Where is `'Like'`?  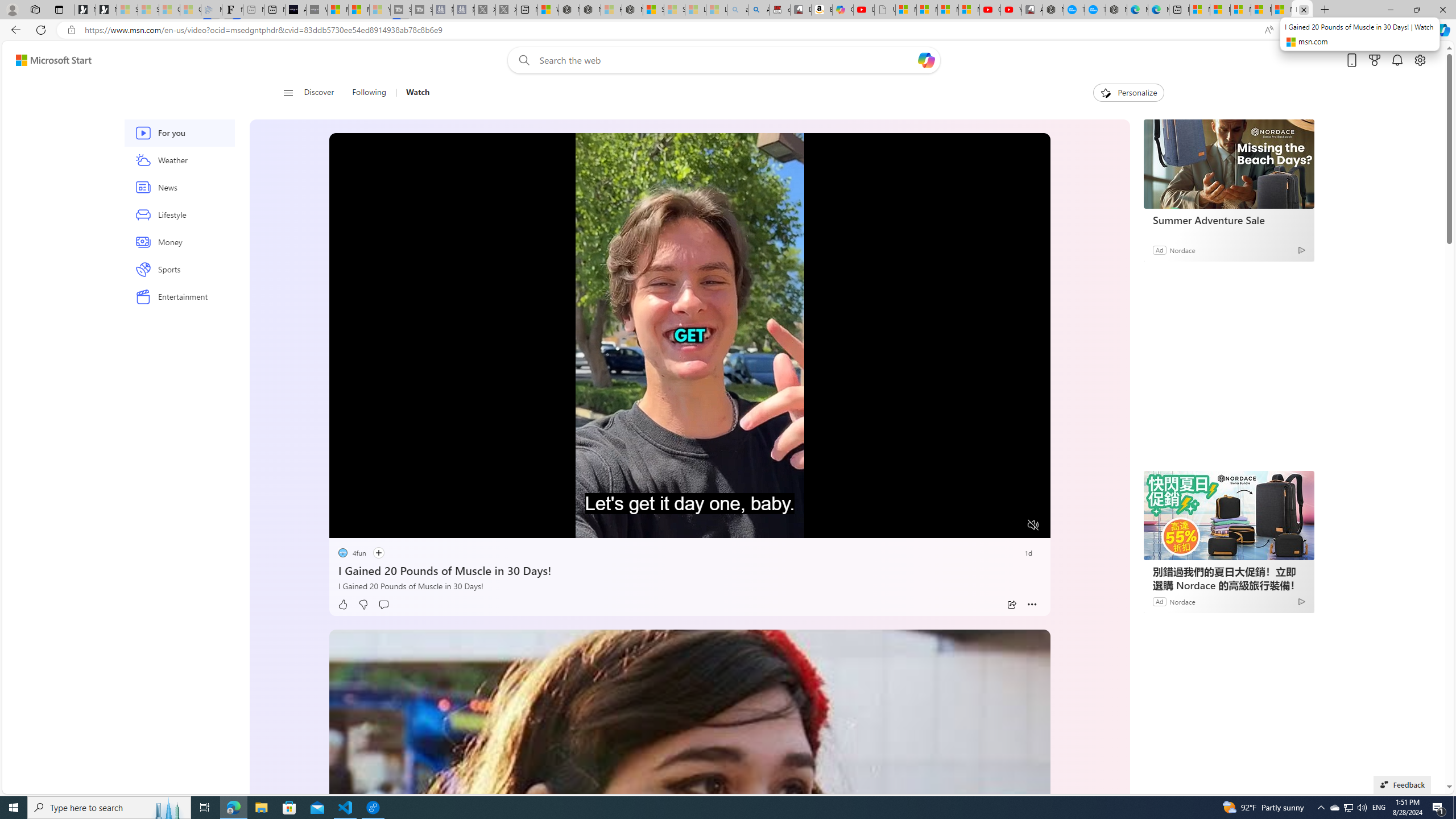 'Like' is located at coordinates (342, 604).